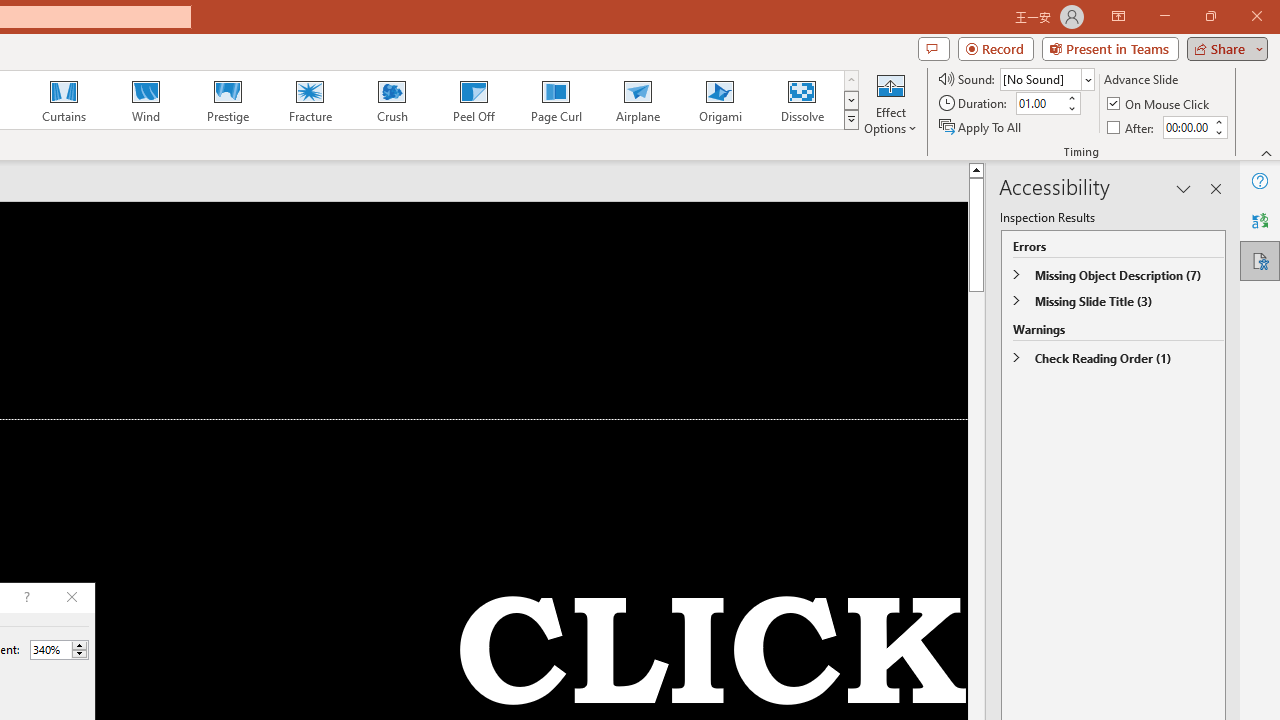 This screenshot has width=1280, height=720. Describe the element at coordinates (555, 100) in the screenshot. I see `'Page Curl'` at that location.